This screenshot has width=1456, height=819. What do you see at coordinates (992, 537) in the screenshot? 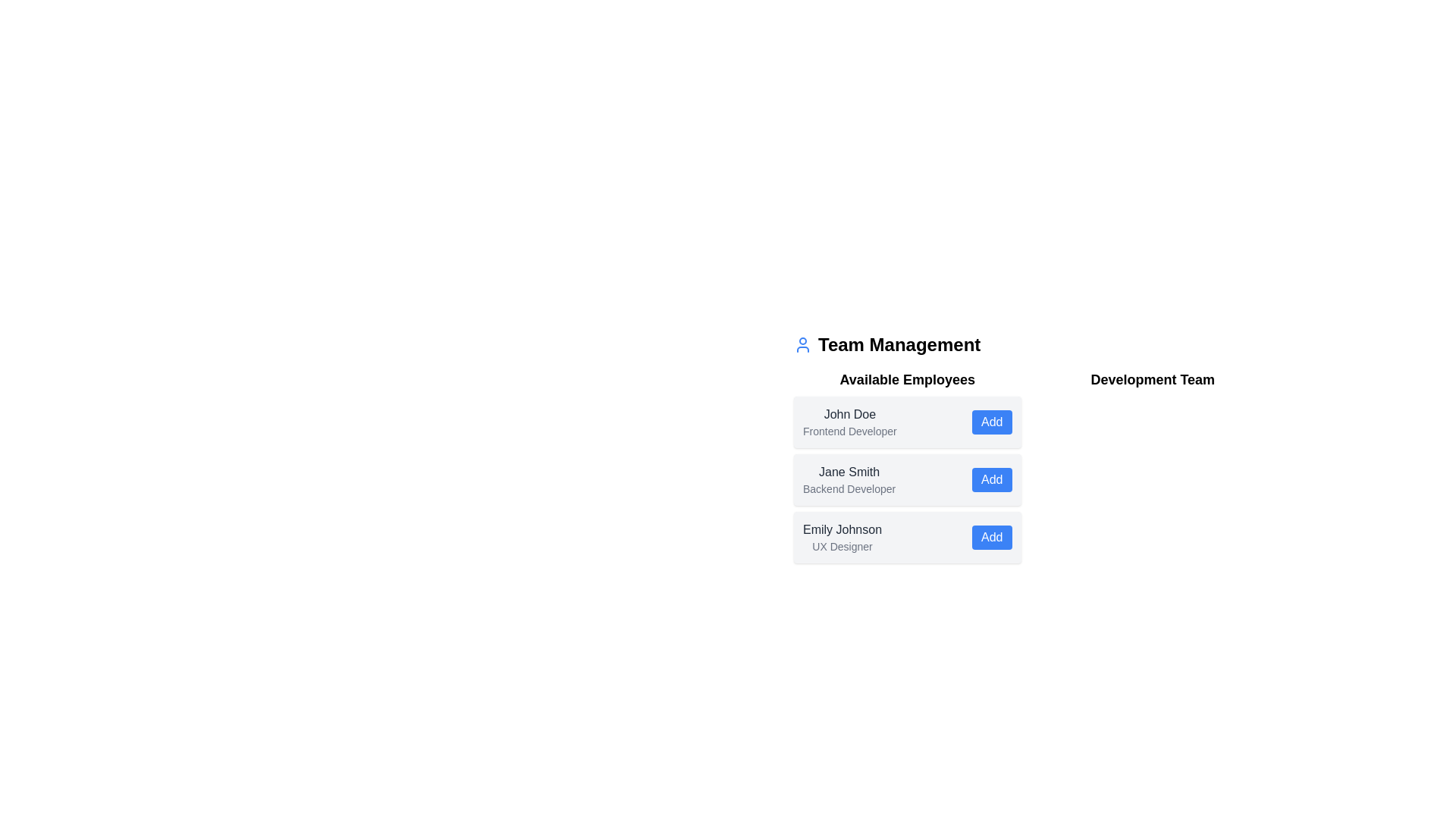
I see `the rectangular button with a blue background labeled 'Add'` at bounding box center [992, 537].